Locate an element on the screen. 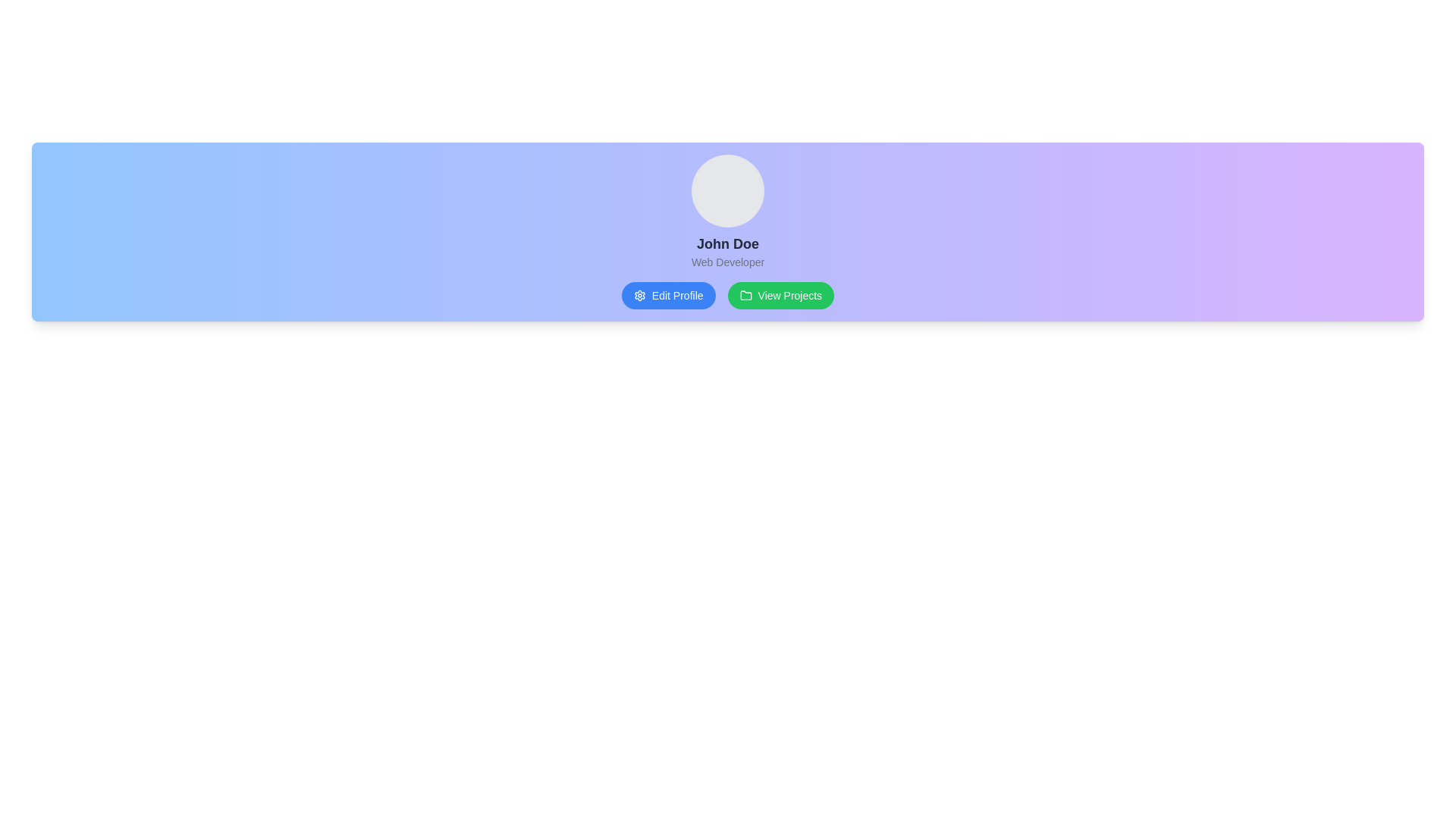 The image size is (1456, 819). the gear-shaped icon located to the left of the 'Edit Profile' button, which is part of a blue button in the bottom-center of the interface is located at coordinates (639, 295).